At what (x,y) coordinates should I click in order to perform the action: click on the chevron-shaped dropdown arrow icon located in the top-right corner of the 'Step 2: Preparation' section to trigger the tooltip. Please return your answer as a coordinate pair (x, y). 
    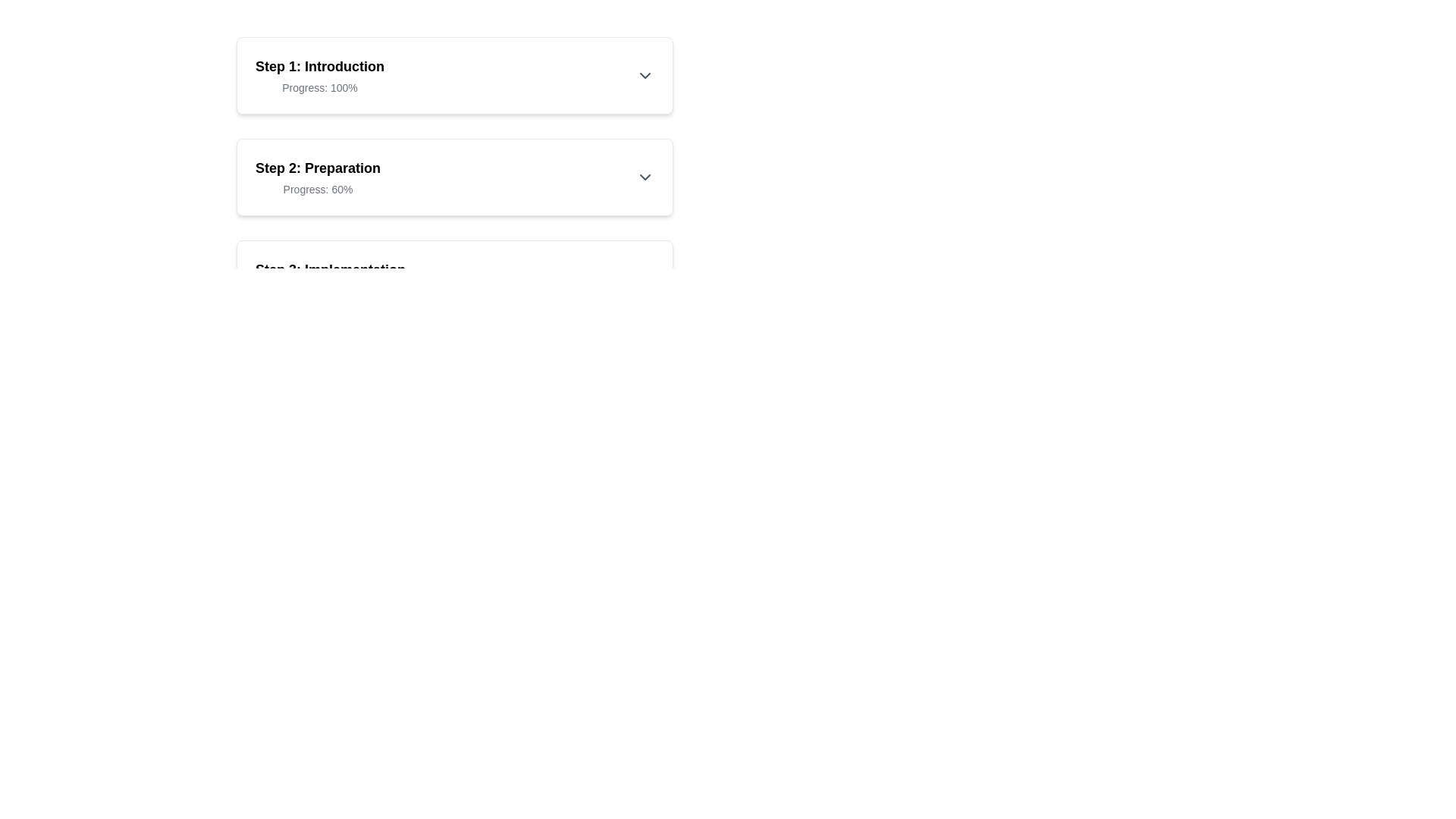
    Looking at the image, I should click on (645, 177).